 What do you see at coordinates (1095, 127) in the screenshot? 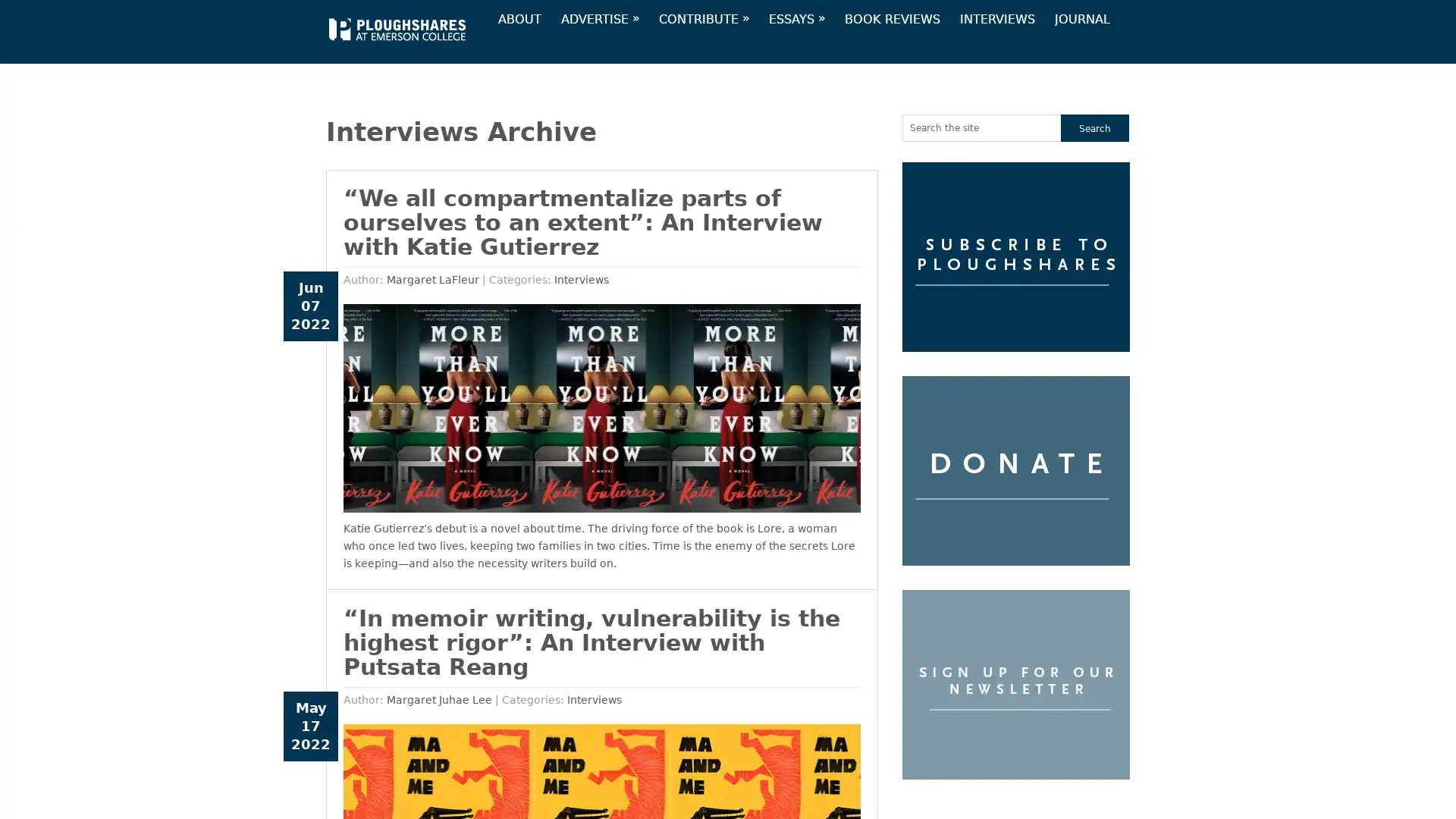
I see `Search` at bounding box center [1095, 127].